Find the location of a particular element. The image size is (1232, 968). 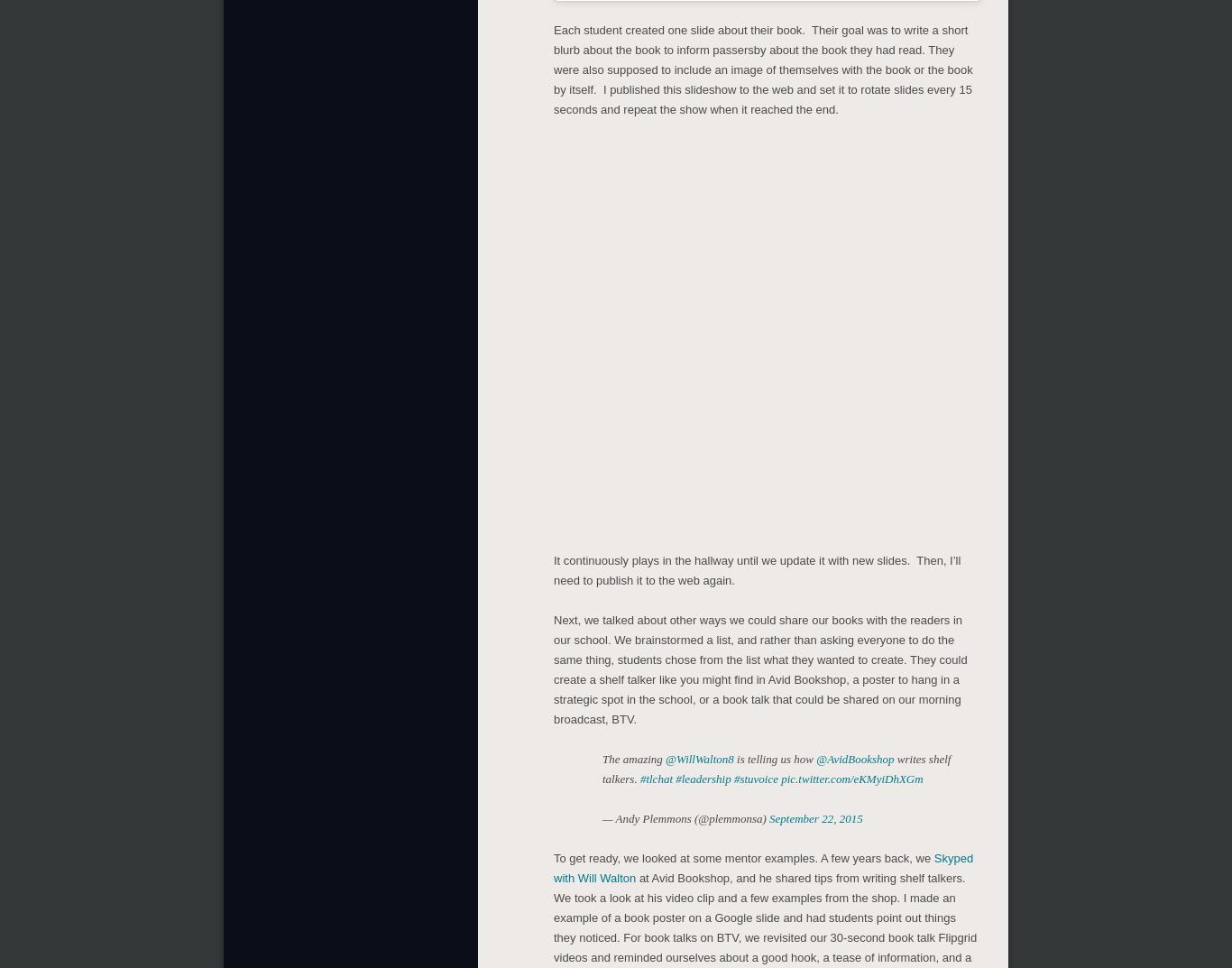

'@AvidBookshop' is located at coordinates (814, 758).